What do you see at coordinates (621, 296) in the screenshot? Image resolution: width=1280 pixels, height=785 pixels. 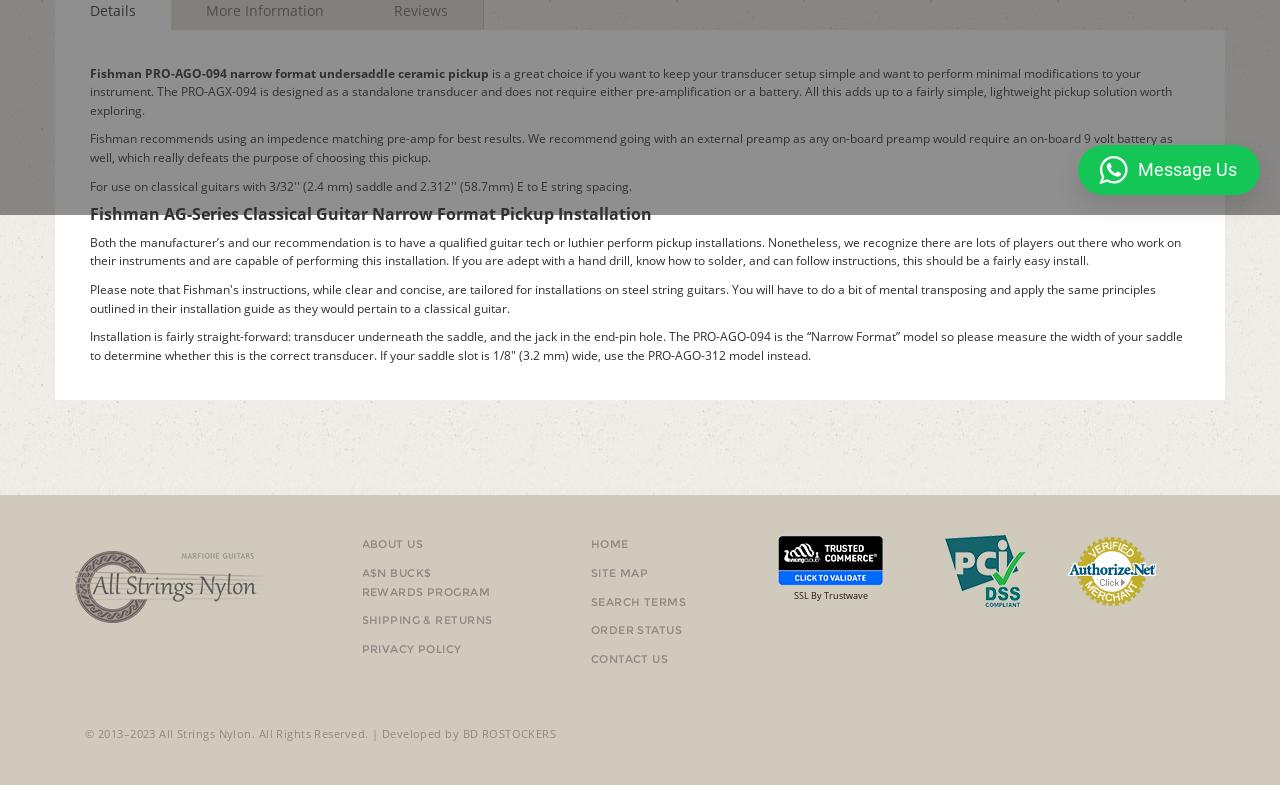 I see `'Please note that Fishman's instructions, while clear and concise, are tailored for installations on steel string guitars. You will have to do a bit of mental transposing and apply the same principles outlined in their installation guide as they would pertain to a classical guitar.'` at bounding box center [621, 296].